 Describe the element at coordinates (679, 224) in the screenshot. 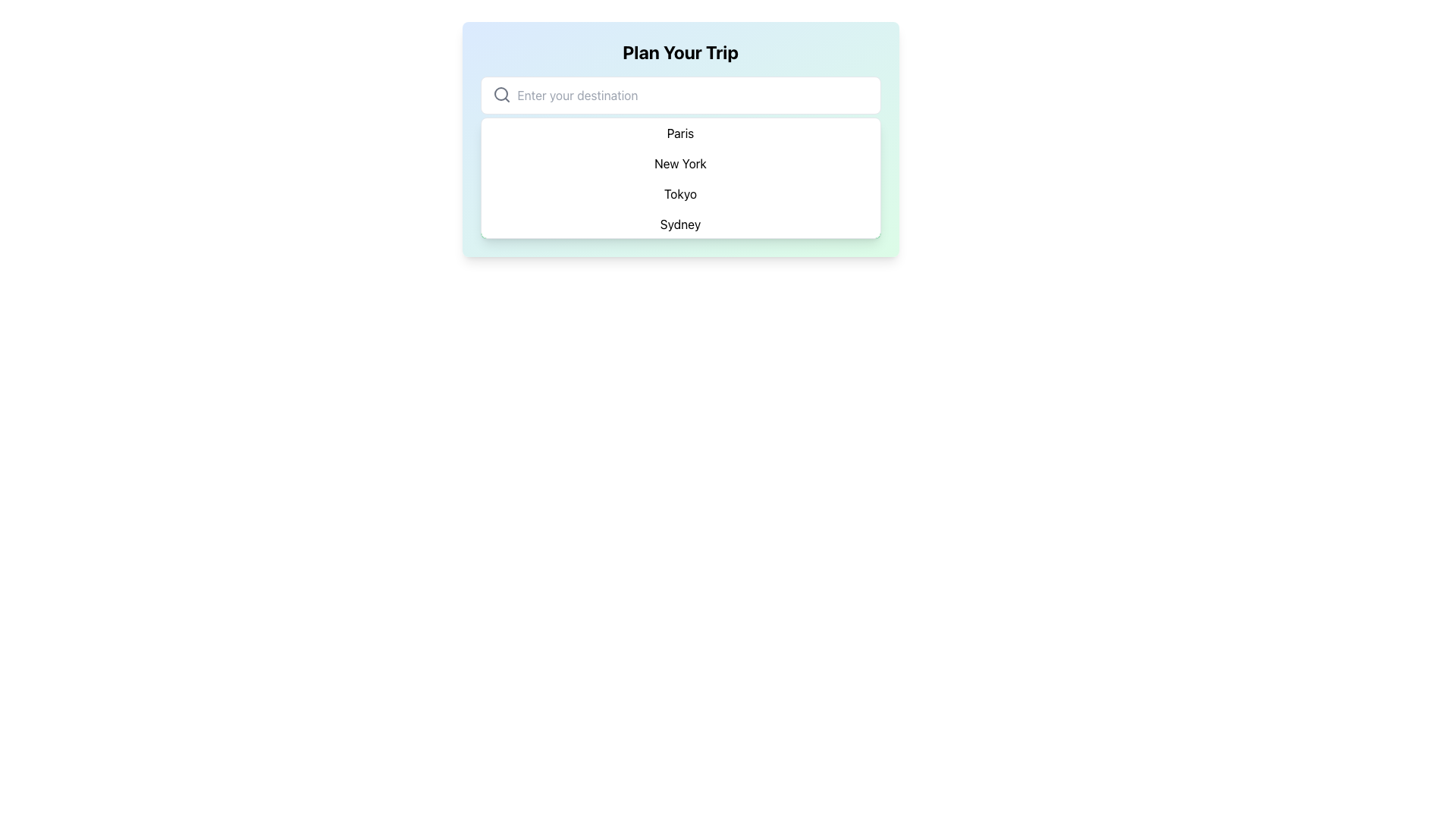

I see `the selectable option 'Sydney' in the dropdown menu` at that location.